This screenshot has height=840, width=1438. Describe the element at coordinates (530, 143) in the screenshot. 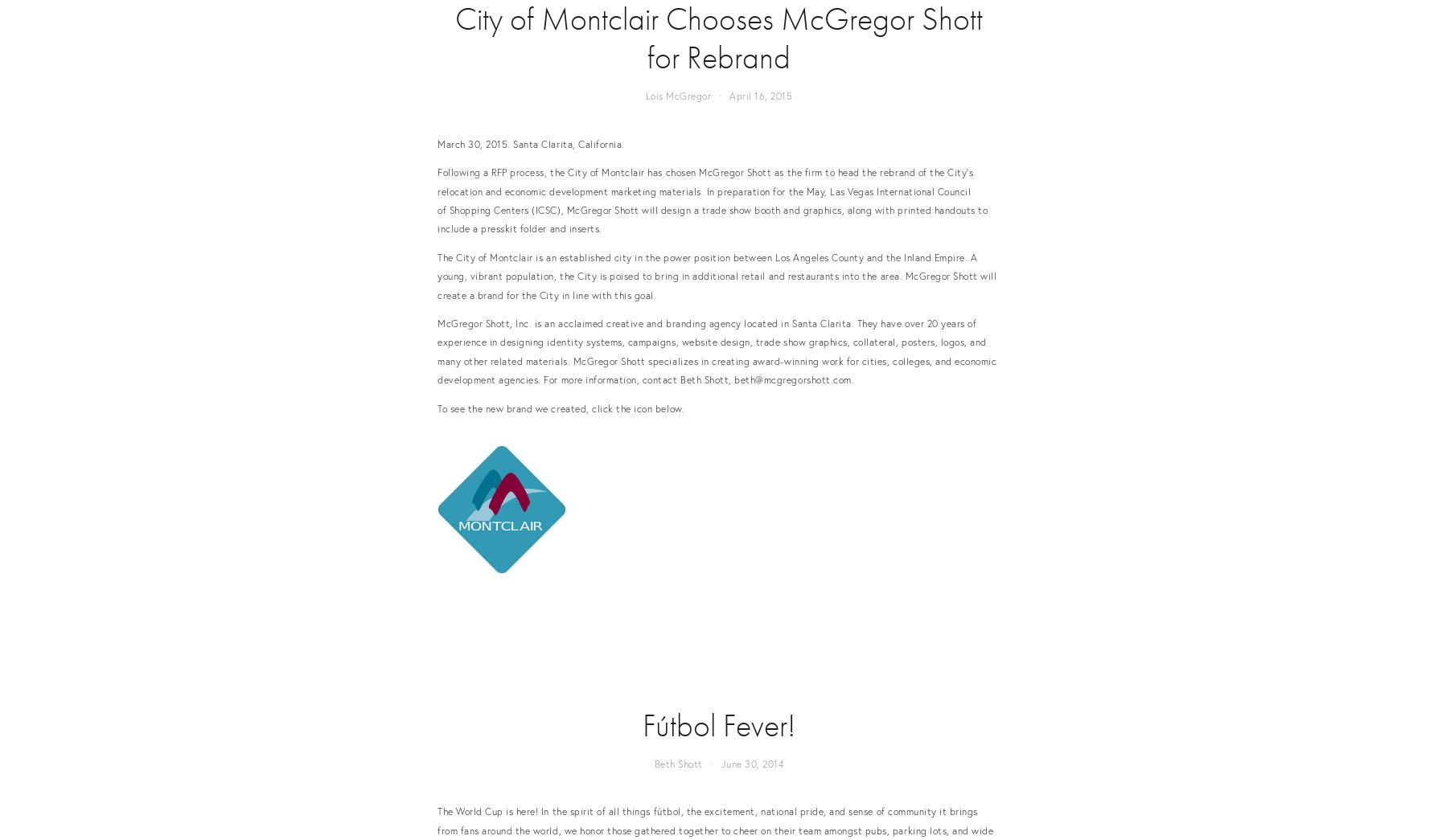

I see `'March 30, 2015. Santa Clarita, California.'` at that location.